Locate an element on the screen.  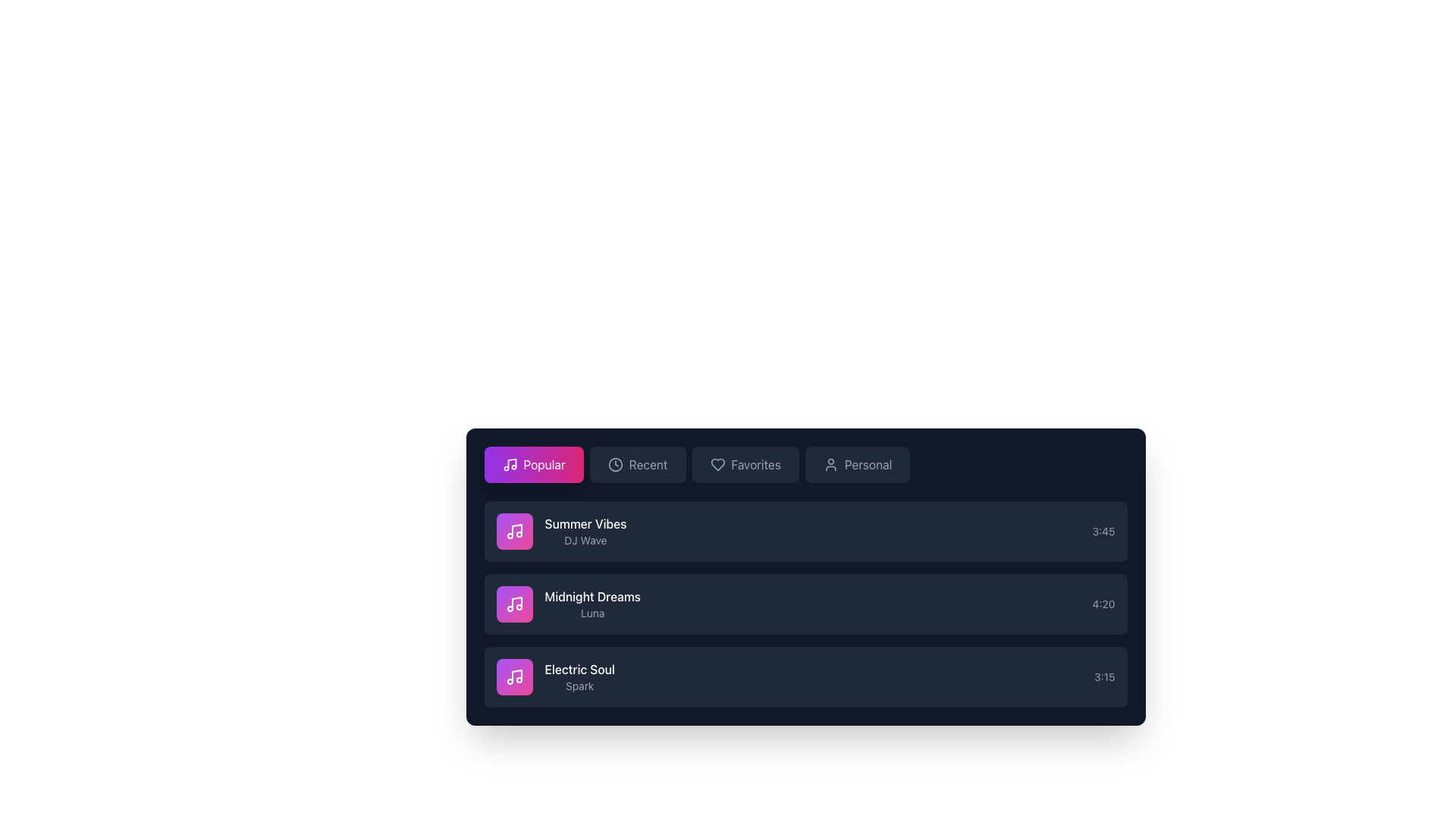
the 'Electric Soul' list item in the 'Popular' panel is located at coordinates (554, 676).